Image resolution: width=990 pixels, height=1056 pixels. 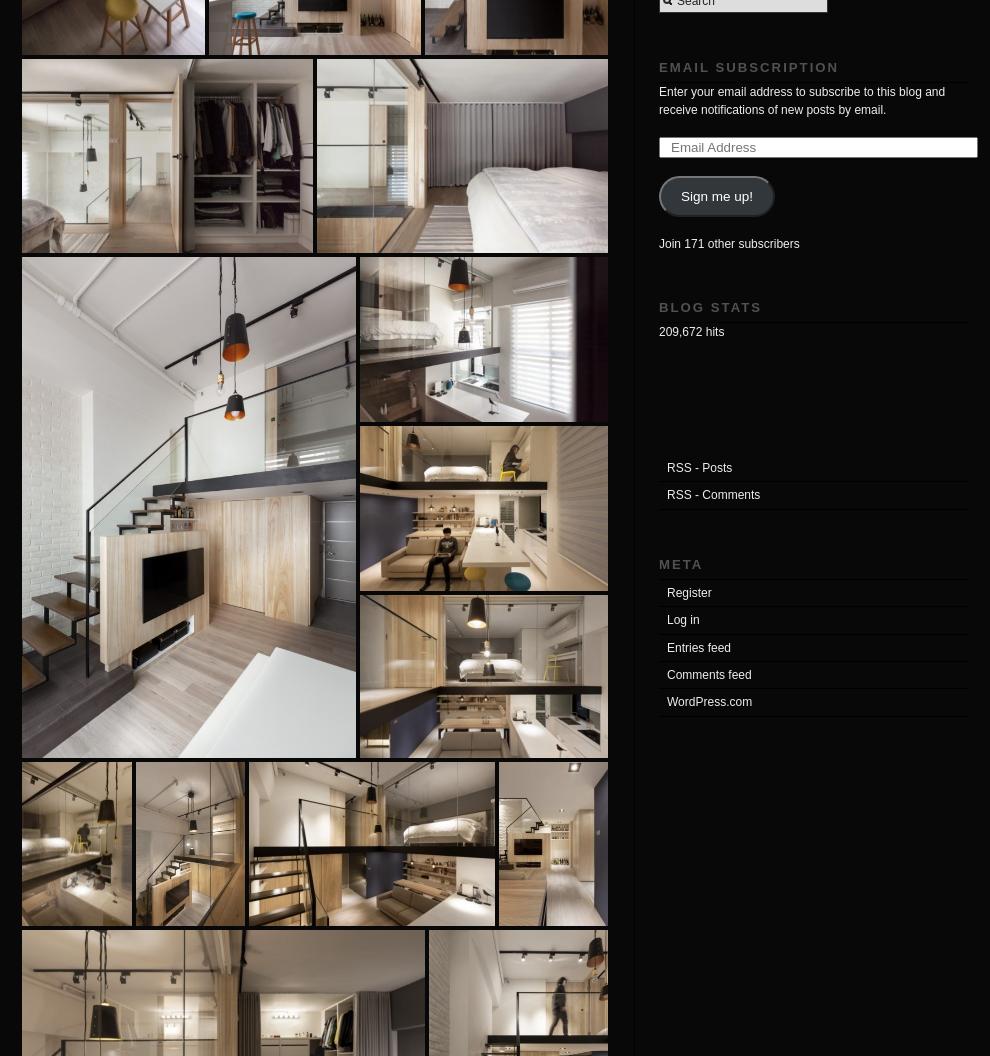 I want to click on 'Blog Stats', so click(x=709, y=306).